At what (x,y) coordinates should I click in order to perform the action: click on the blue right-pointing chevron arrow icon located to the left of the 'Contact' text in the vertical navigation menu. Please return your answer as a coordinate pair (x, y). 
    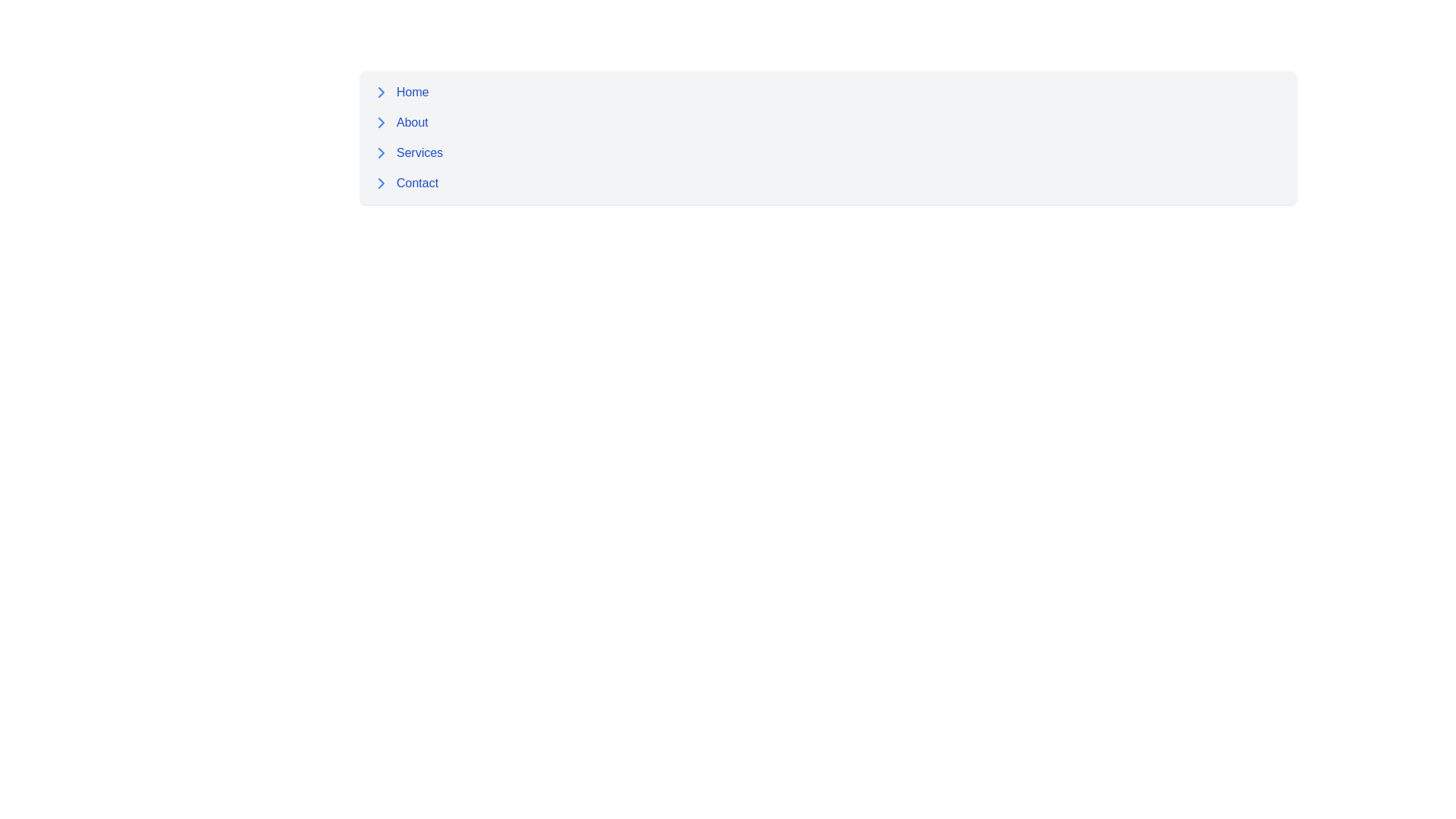
    Looking at the image, I should click on (381, 183).